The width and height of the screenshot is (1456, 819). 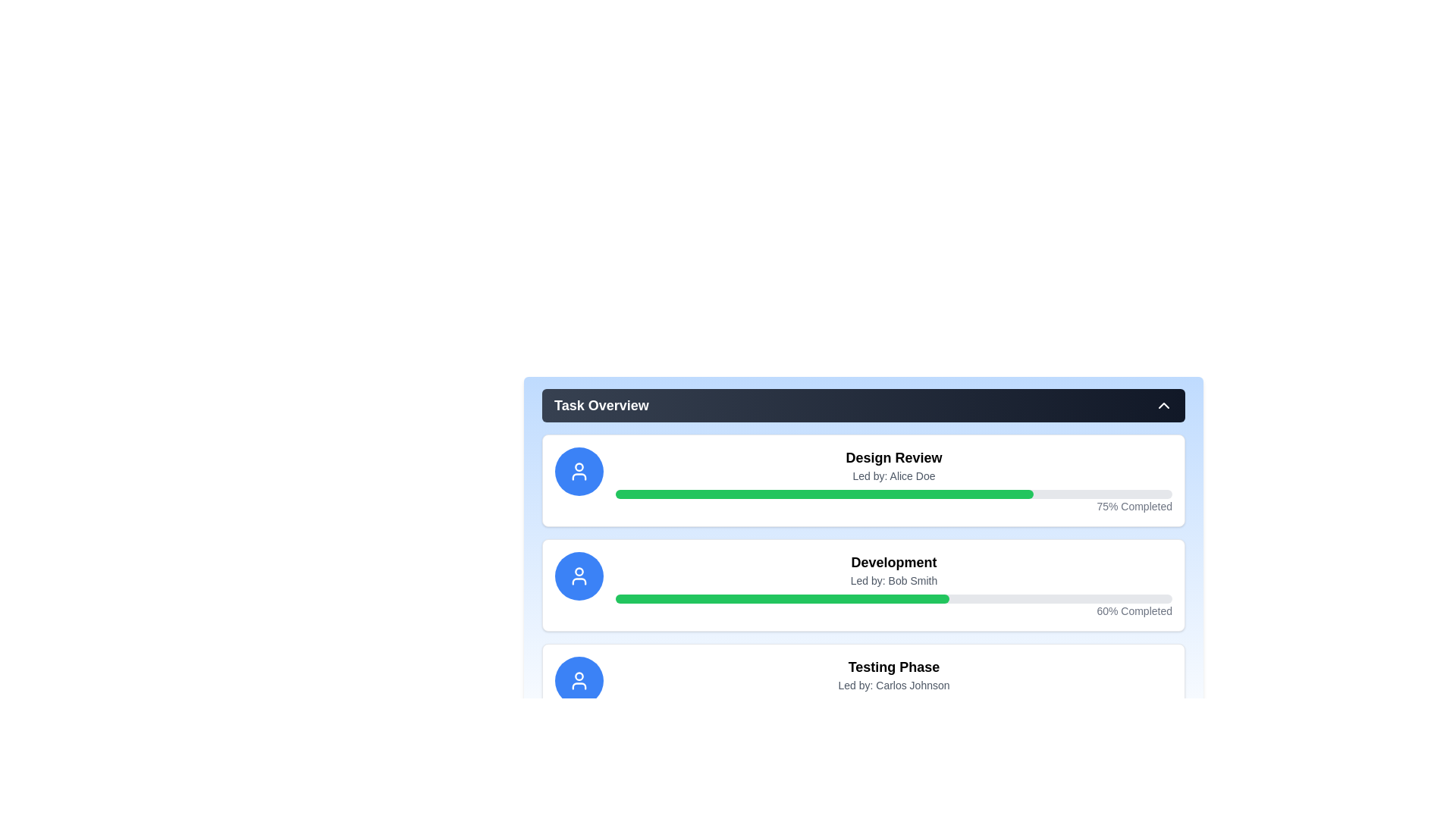 I want to click on the SVG Circle representing the head in the user profile depiction, located within the blue user profile icon, so click(x=578, y=466).